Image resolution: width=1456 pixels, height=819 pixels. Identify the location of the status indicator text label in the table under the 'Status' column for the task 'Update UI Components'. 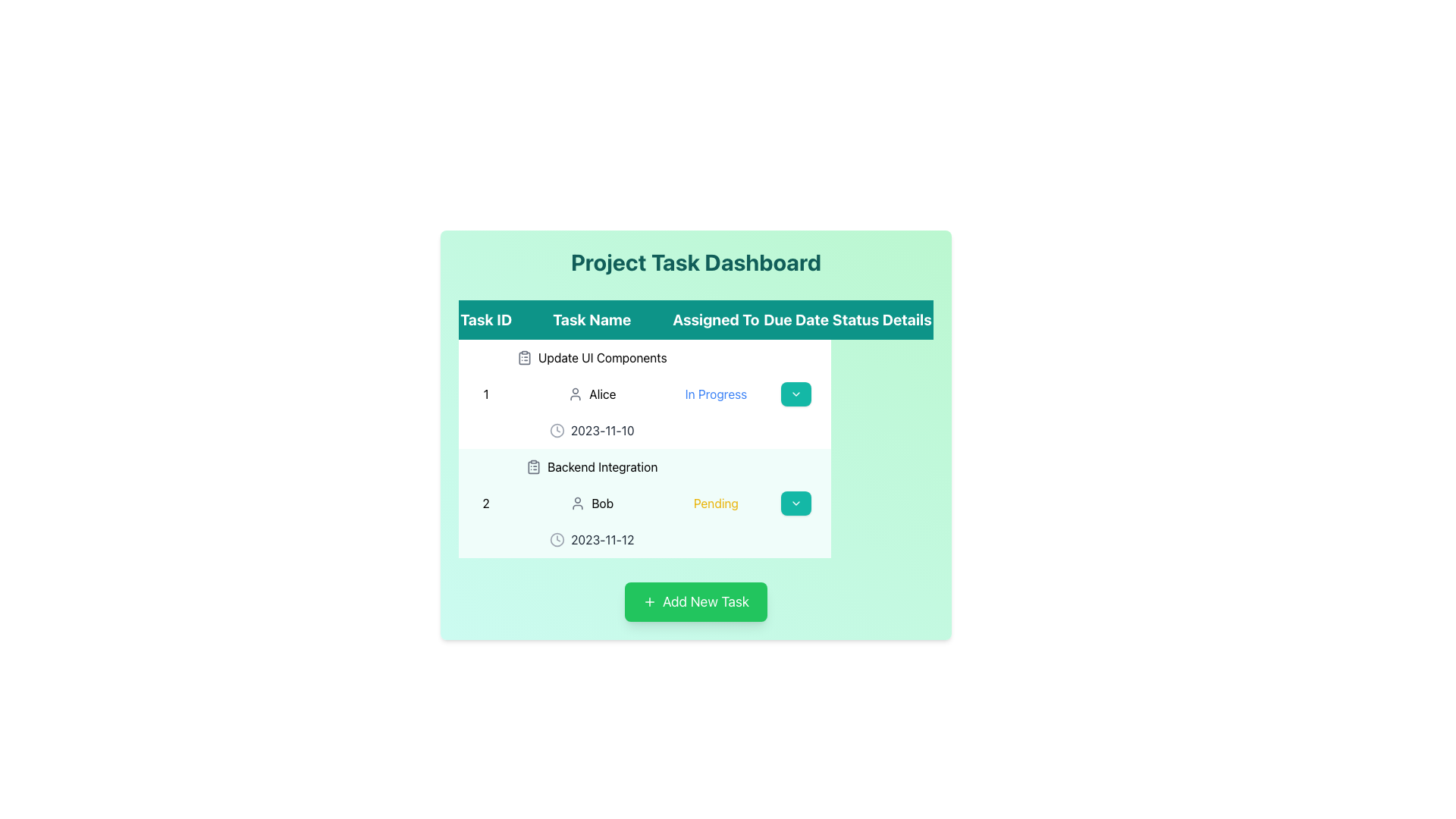
(715, 394).